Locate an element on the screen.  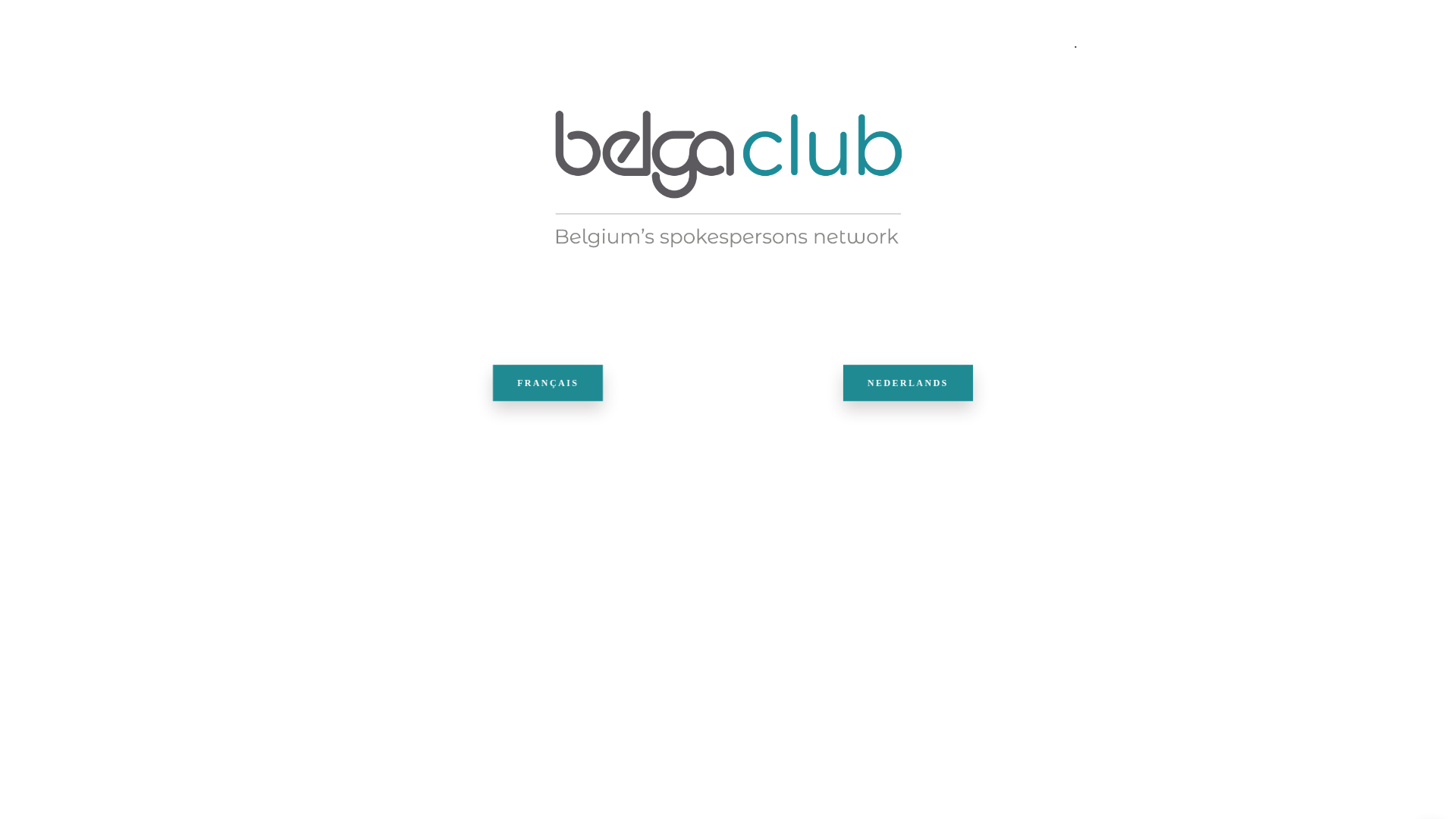
'NEDERLANDS' is located at coordinates (908, 382).